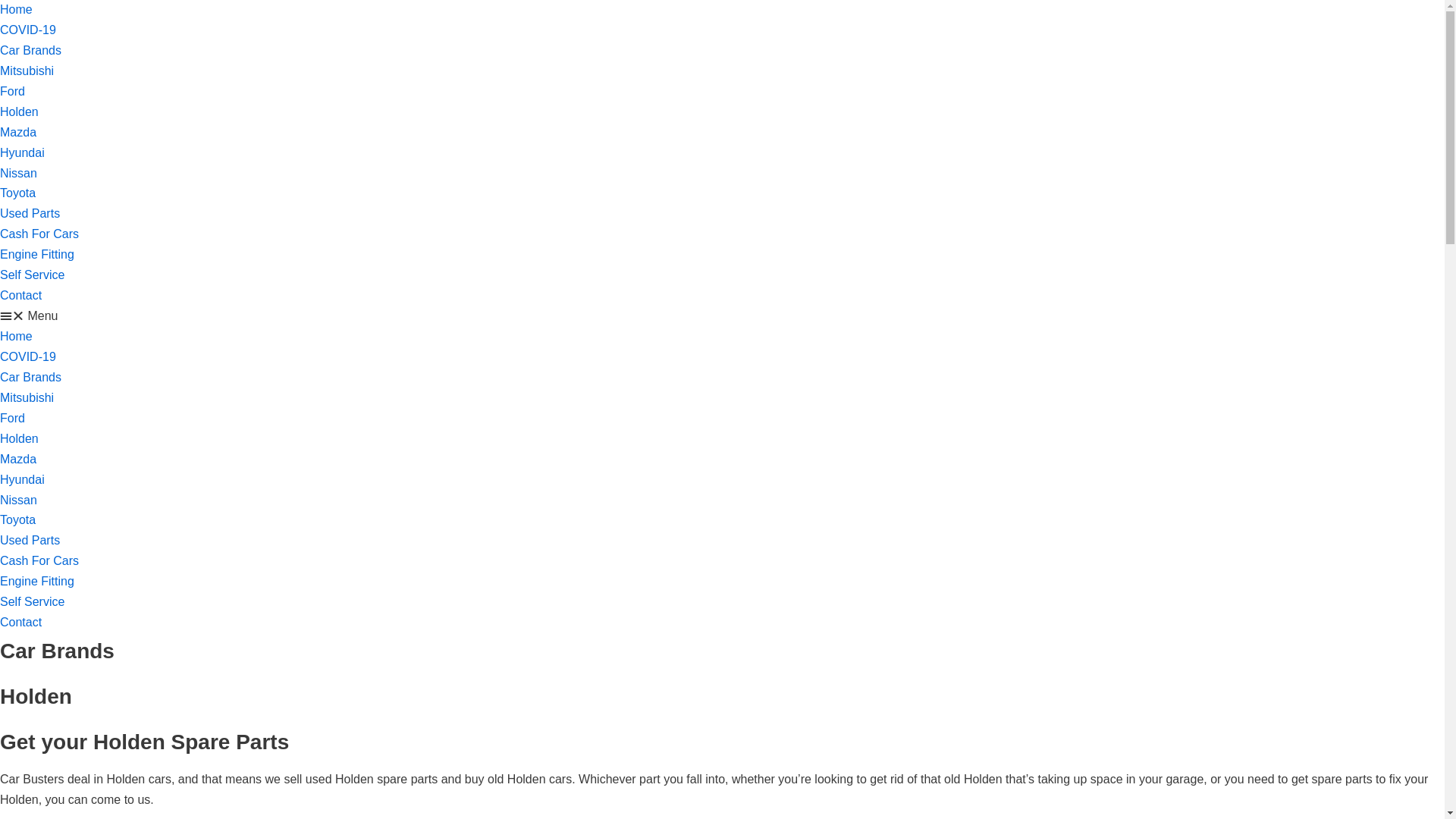 This screenshot has height=819, width=1456. I want to click on 'Holden', so click(19, 111).